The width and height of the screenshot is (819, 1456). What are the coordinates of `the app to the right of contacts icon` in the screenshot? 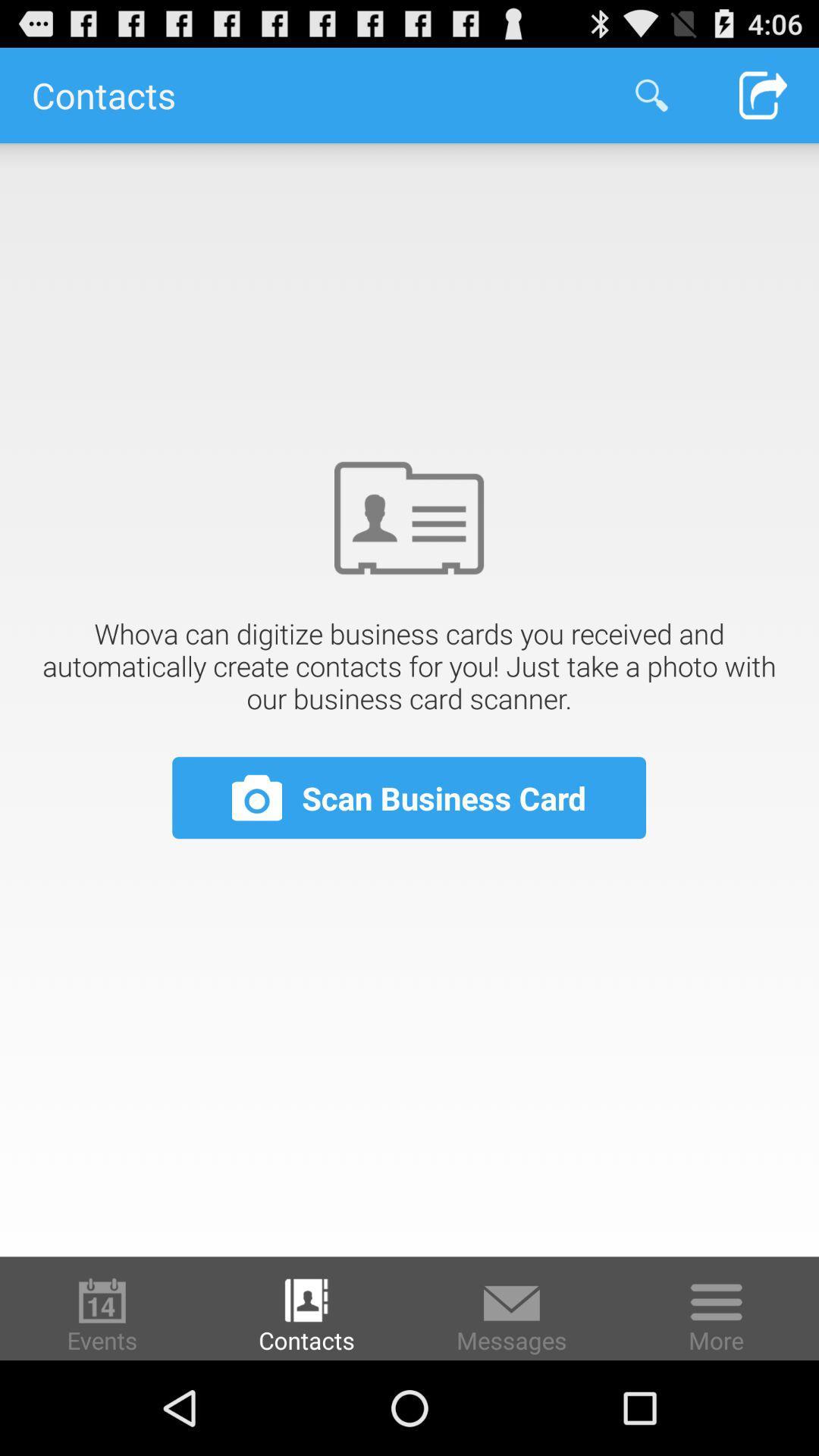 It's located at (651, 94).